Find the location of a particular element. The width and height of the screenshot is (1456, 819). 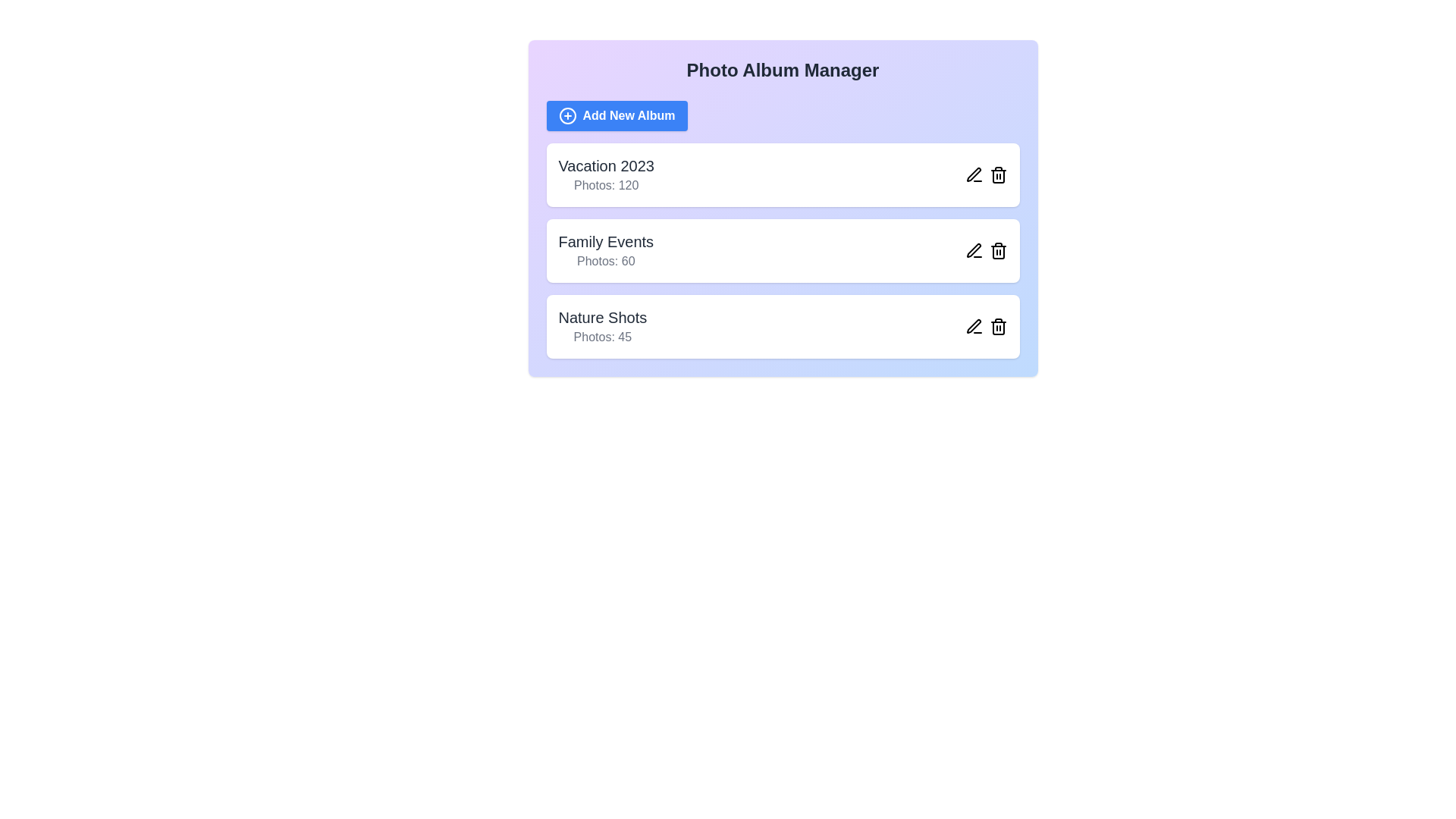

the edit button for the album titled Family Events is located at coordinates (974, 250).